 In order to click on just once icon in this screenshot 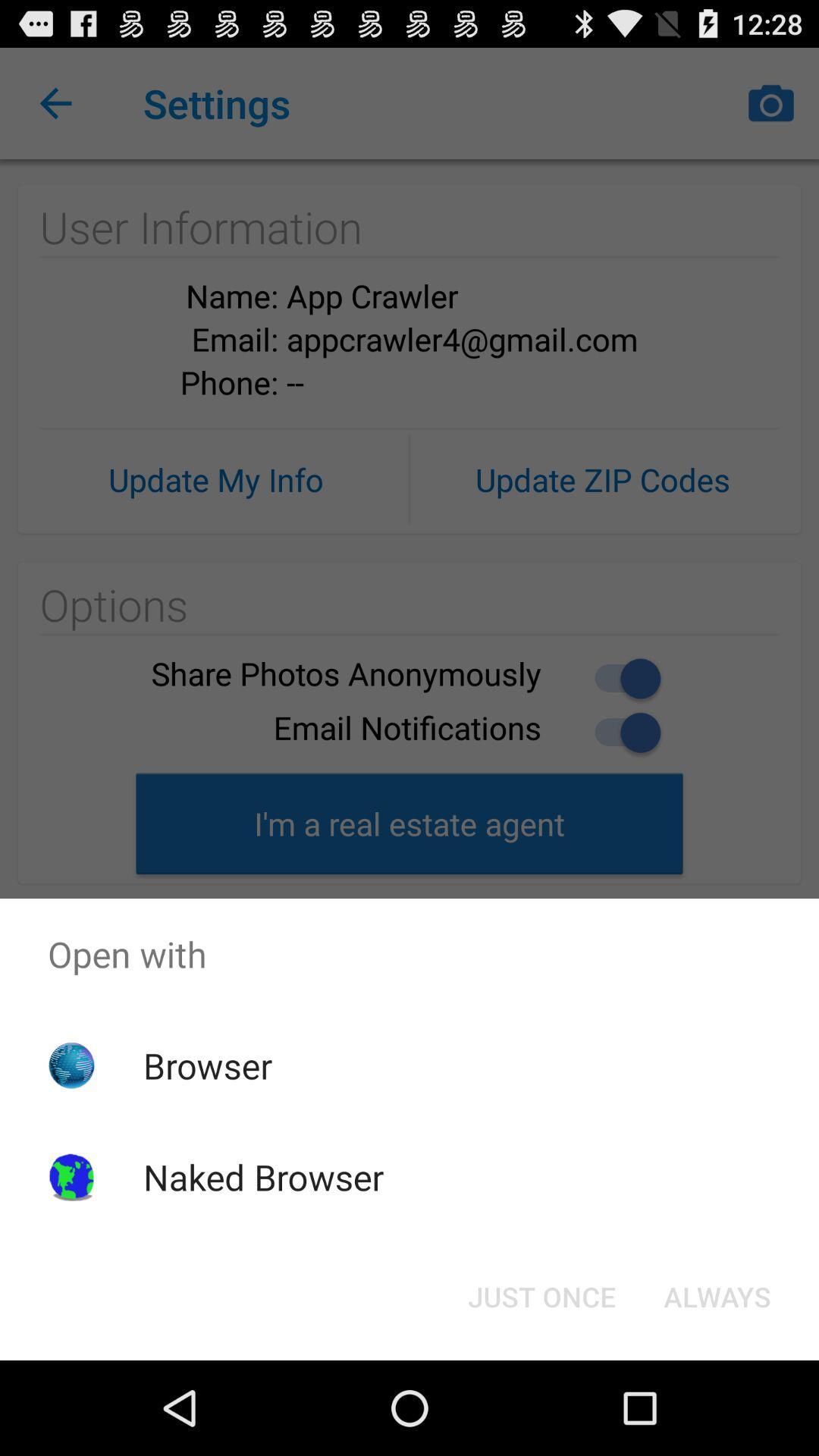, I will do `click(541, 1295)`.